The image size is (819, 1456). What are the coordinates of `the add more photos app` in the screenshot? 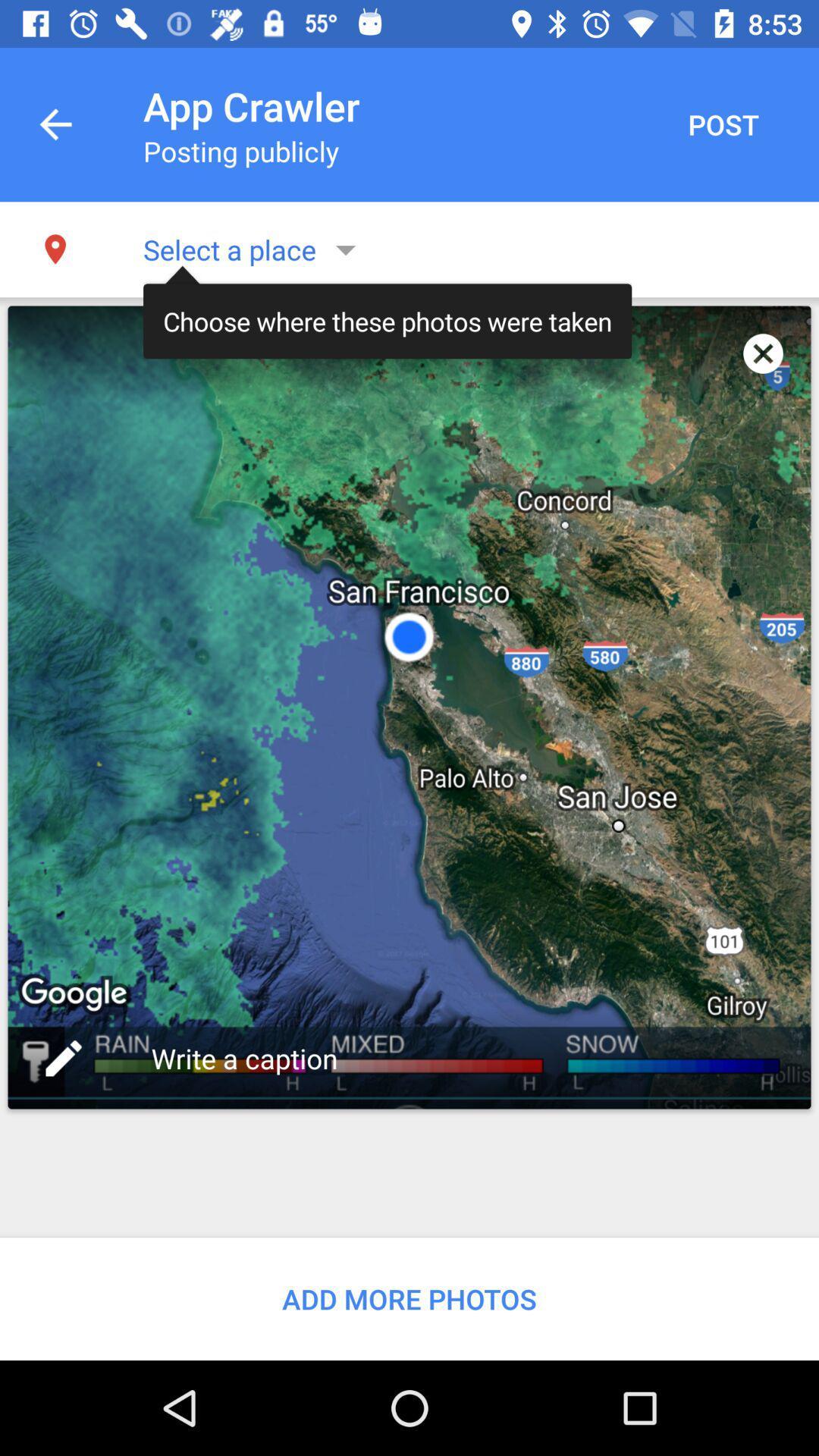 It's located at (409, 1298).